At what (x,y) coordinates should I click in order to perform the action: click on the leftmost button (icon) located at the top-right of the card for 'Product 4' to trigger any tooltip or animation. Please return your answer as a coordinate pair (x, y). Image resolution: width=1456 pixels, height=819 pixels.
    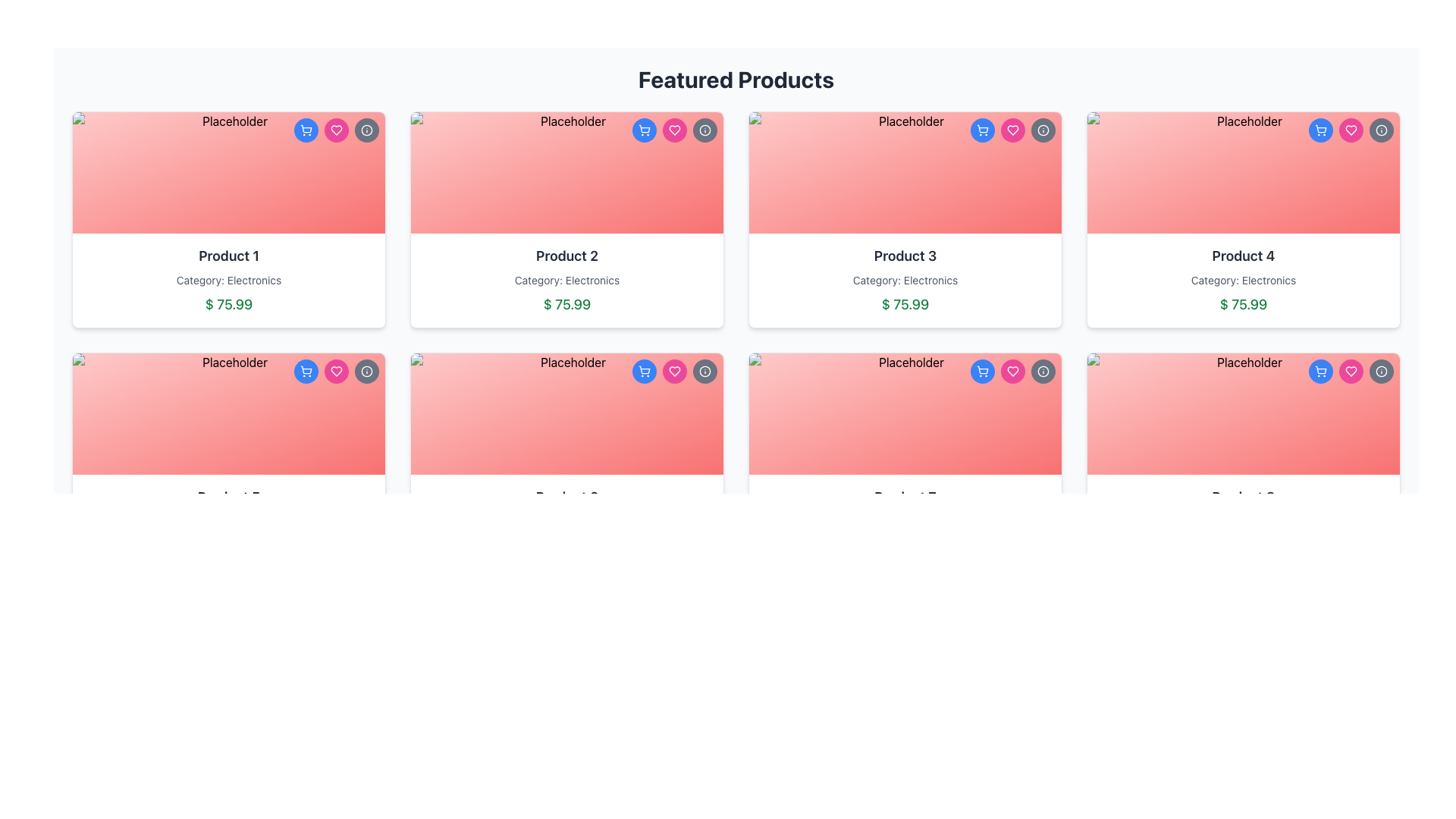
    Looking at the image, I should click on (1320, 130).